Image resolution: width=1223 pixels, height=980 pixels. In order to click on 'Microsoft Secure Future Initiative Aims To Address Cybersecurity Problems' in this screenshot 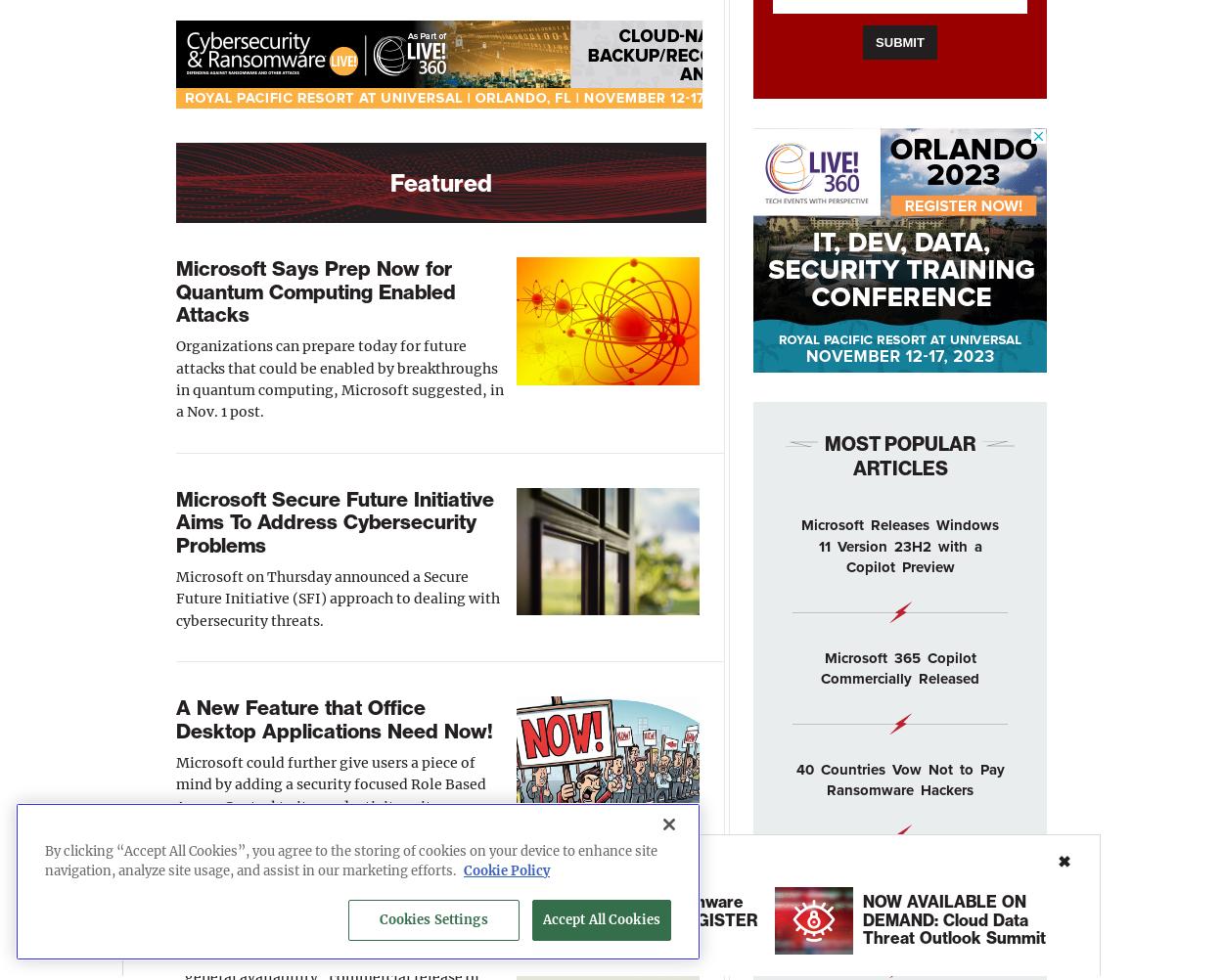, I will do `click(334, 520)`.